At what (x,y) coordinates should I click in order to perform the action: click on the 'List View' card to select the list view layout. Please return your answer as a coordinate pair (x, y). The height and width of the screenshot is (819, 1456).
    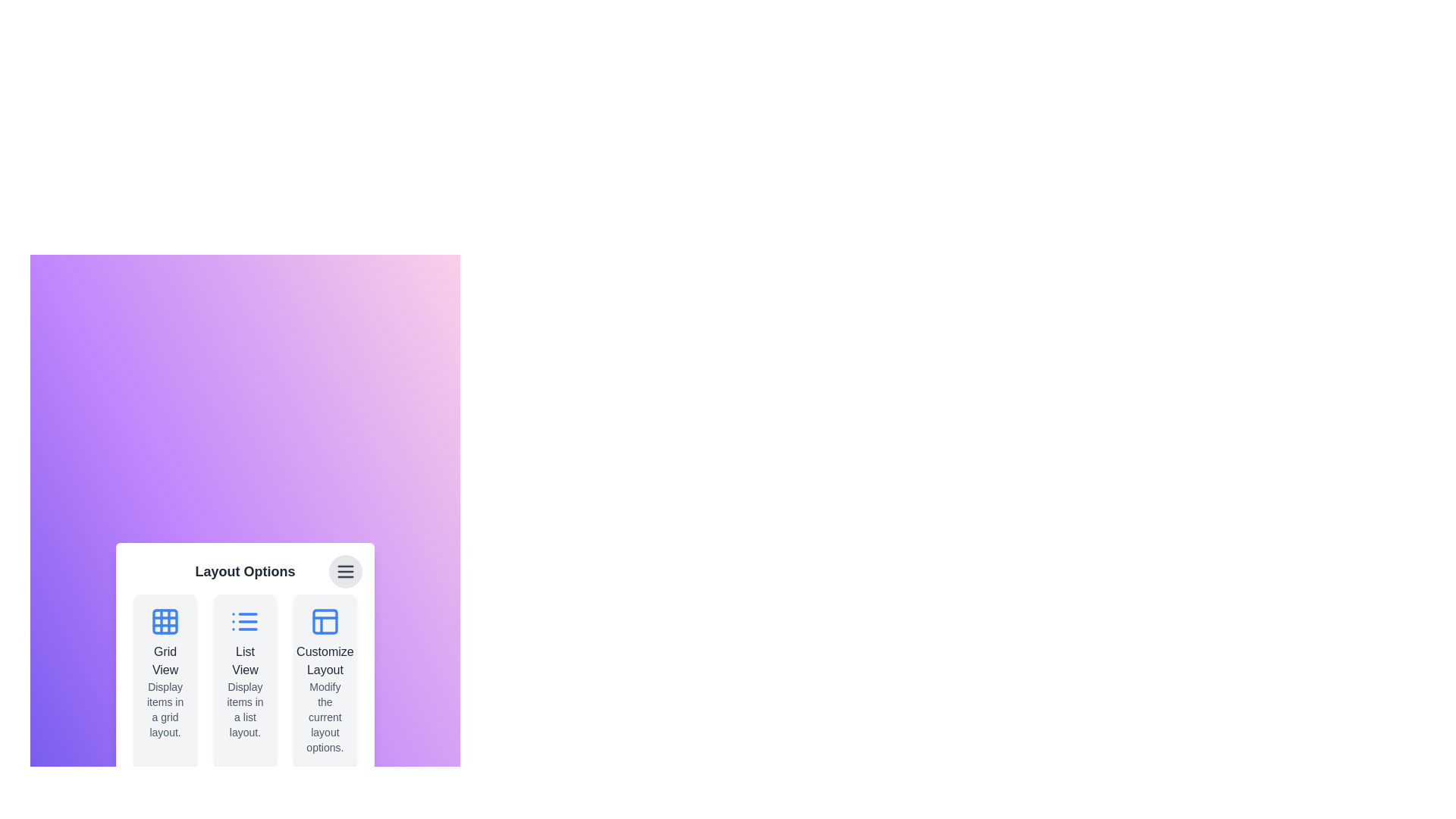
    Looking at the image, I should click on (245, 680).